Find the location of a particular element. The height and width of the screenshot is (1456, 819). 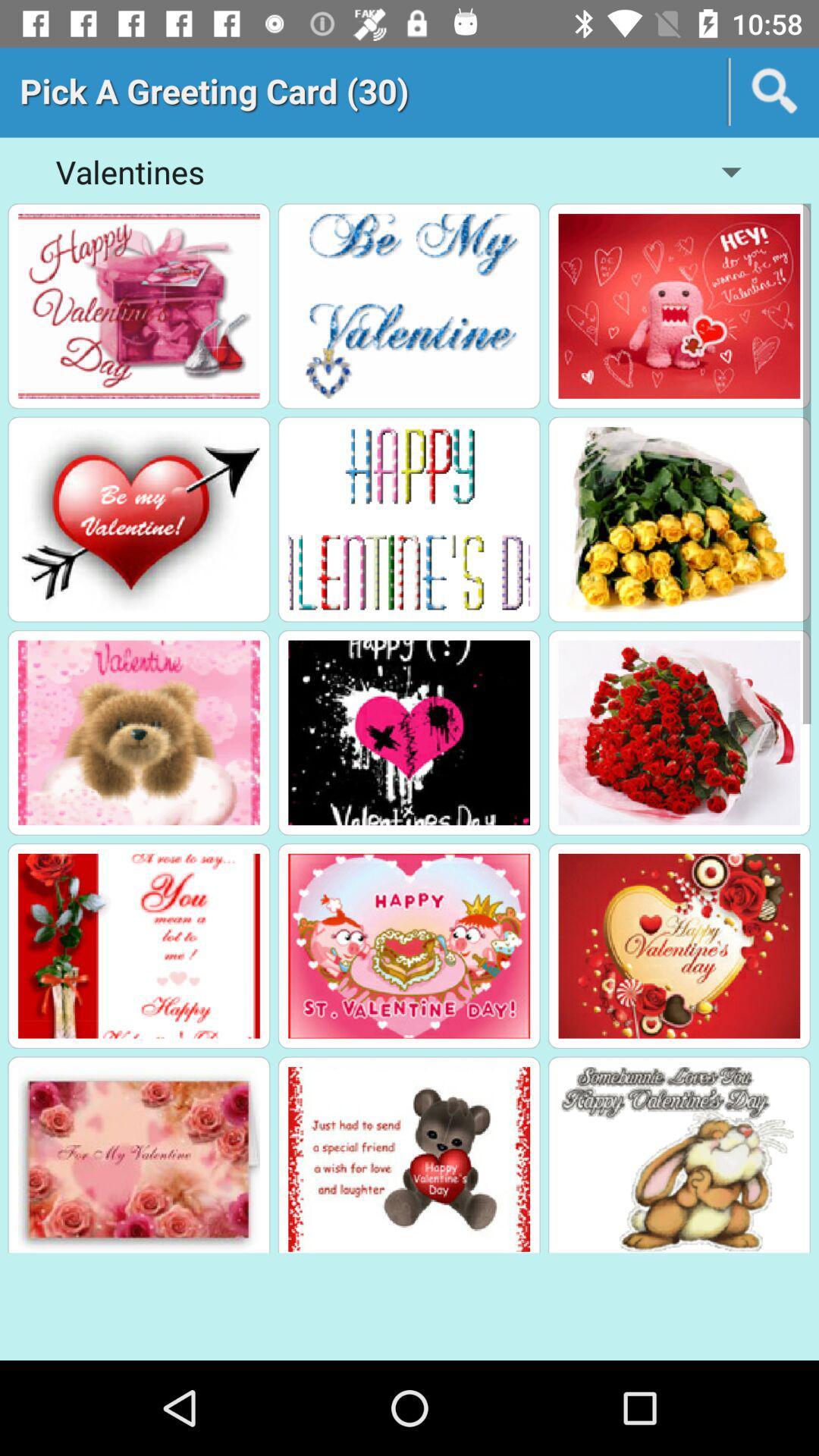

the first image in fourth row is located at coordinates (139, 946).